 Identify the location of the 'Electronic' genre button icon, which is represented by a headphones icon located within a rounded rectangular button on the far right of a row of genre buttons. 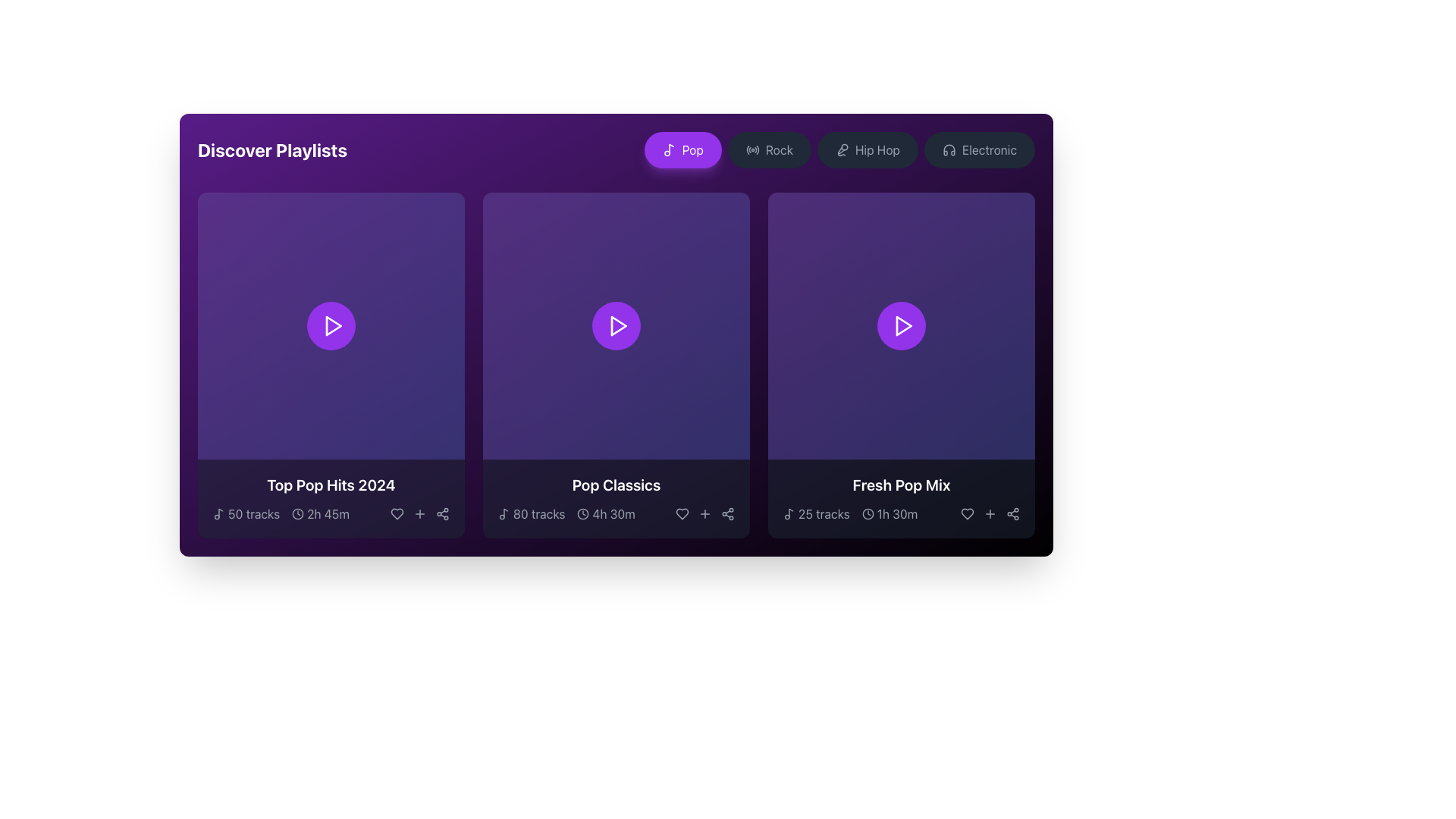
(948, 149).